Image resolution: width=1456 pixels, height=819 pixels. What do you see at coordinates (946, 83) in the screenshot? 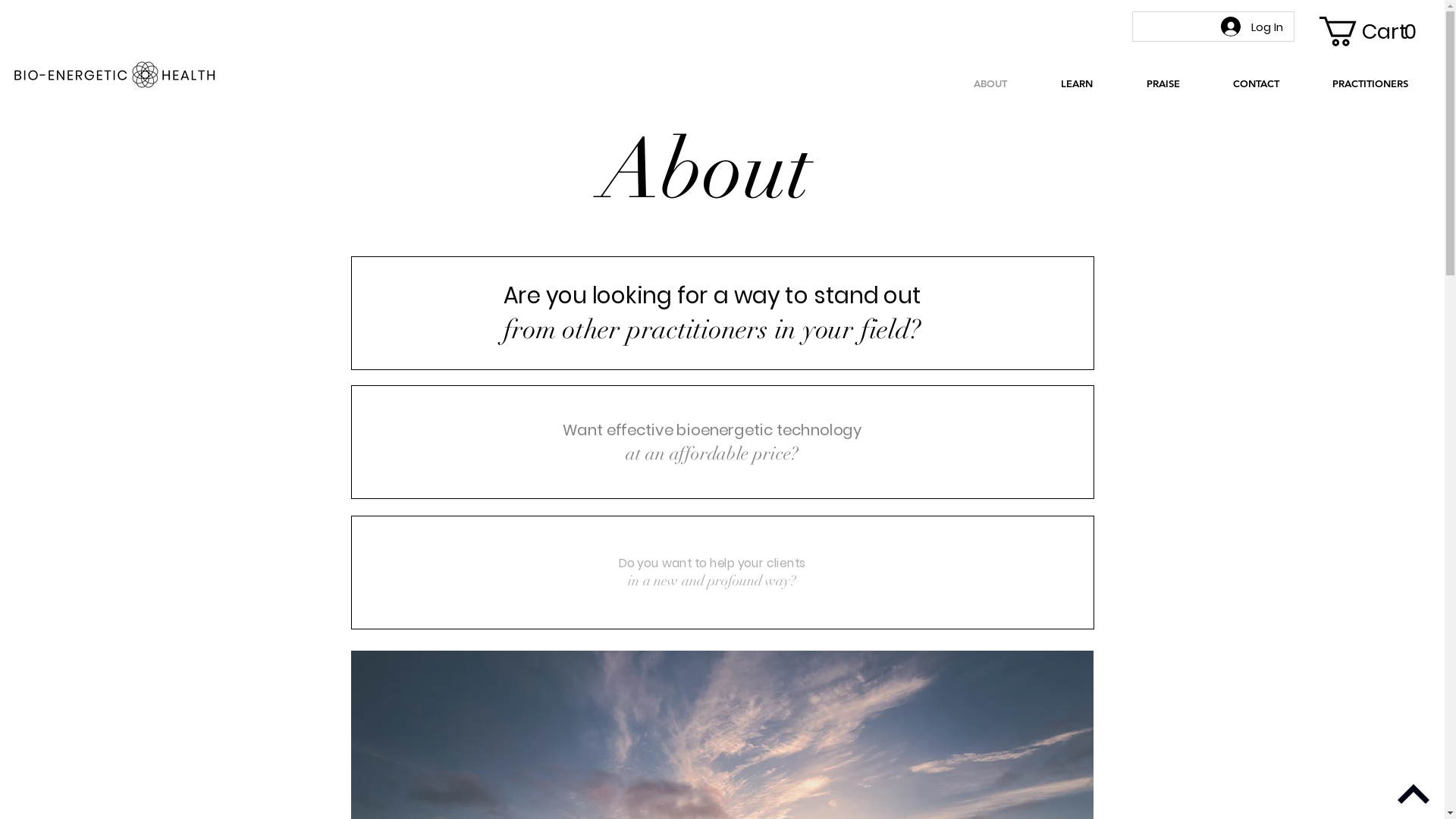
I see `'ABOUT'` at bounding box center [946, 83].